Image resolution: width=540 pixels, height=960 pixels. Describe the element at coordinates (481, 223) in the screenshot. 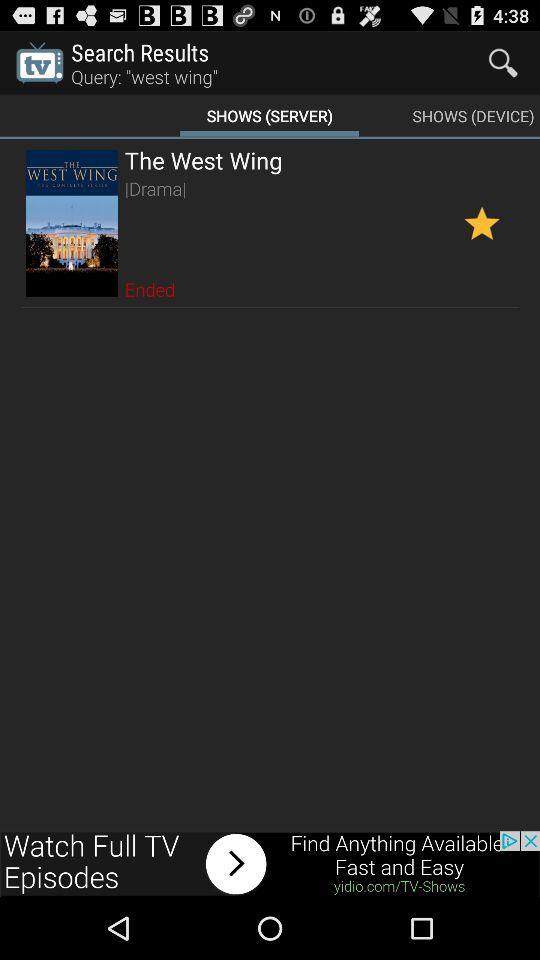

I see `deselect show` at that location.